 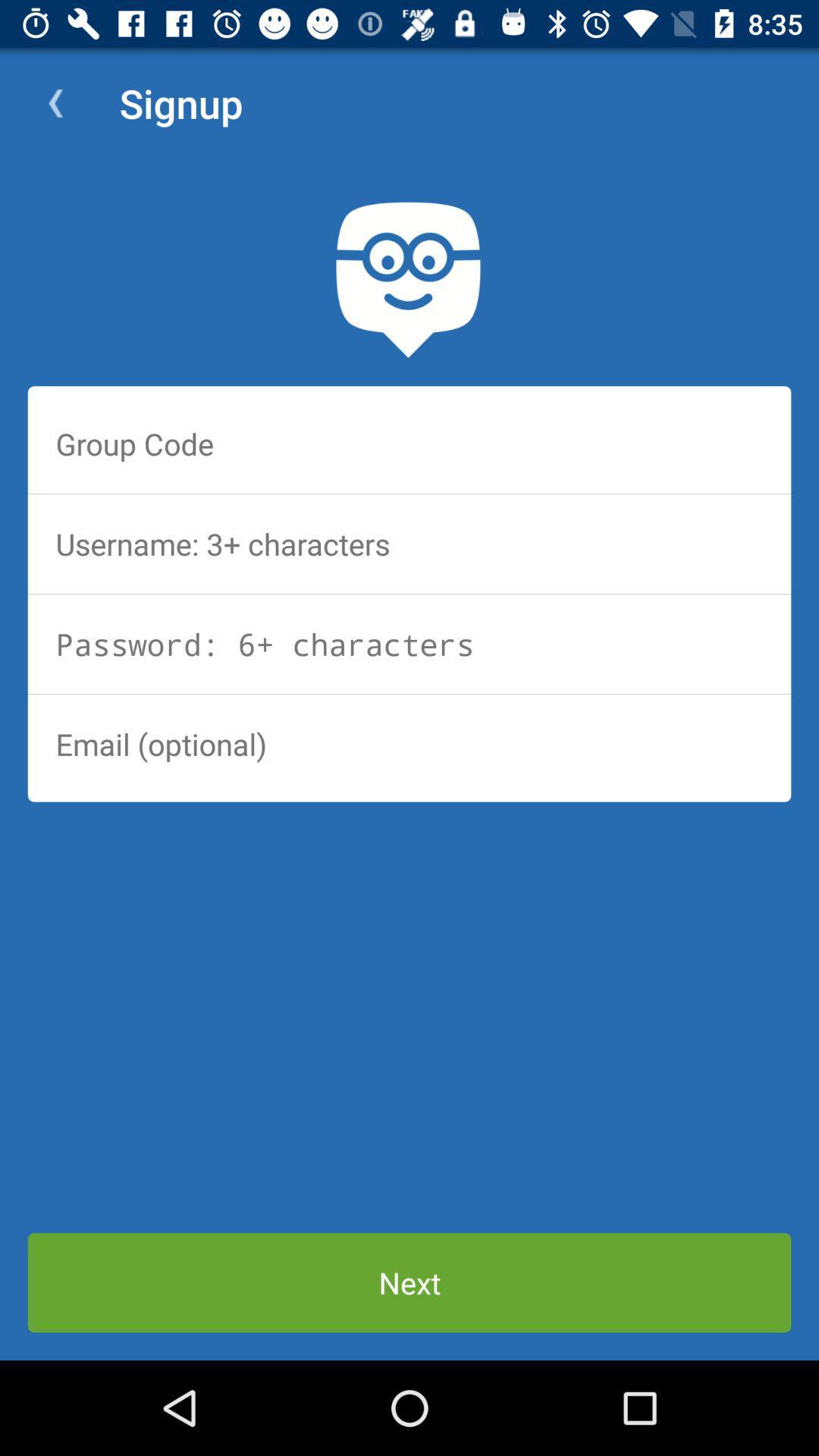 What do you see at coordinates (55, 102) in the screenshot?
I see `the icon to the left of signup app` at bounding box center [55, 102].